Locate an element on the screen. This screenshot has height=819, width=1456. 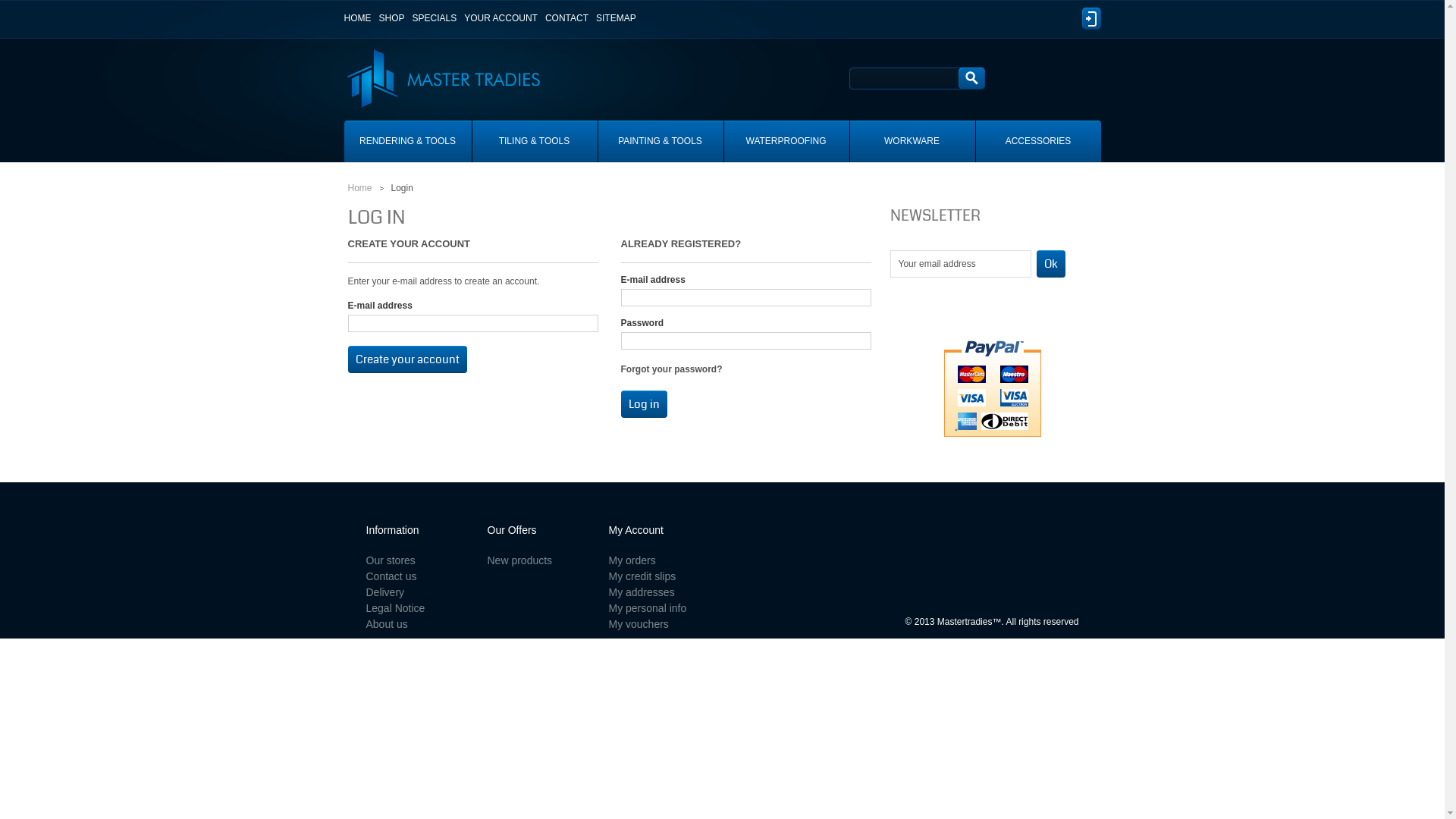
'Log in' is located at coordinates (643, 403).